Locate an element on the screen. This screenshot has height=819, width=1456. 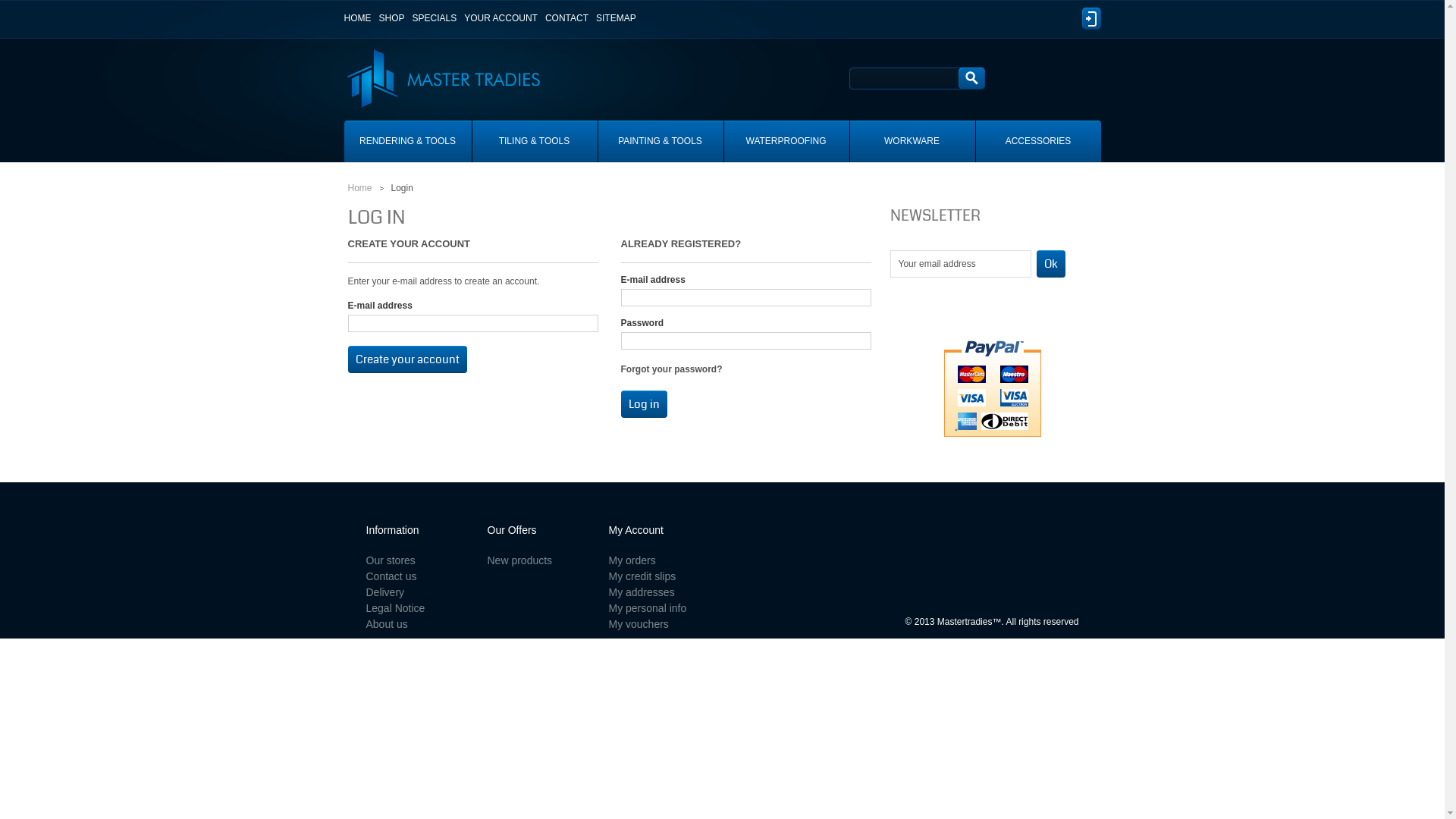
'Log in' is located at coordinates (643, 403).